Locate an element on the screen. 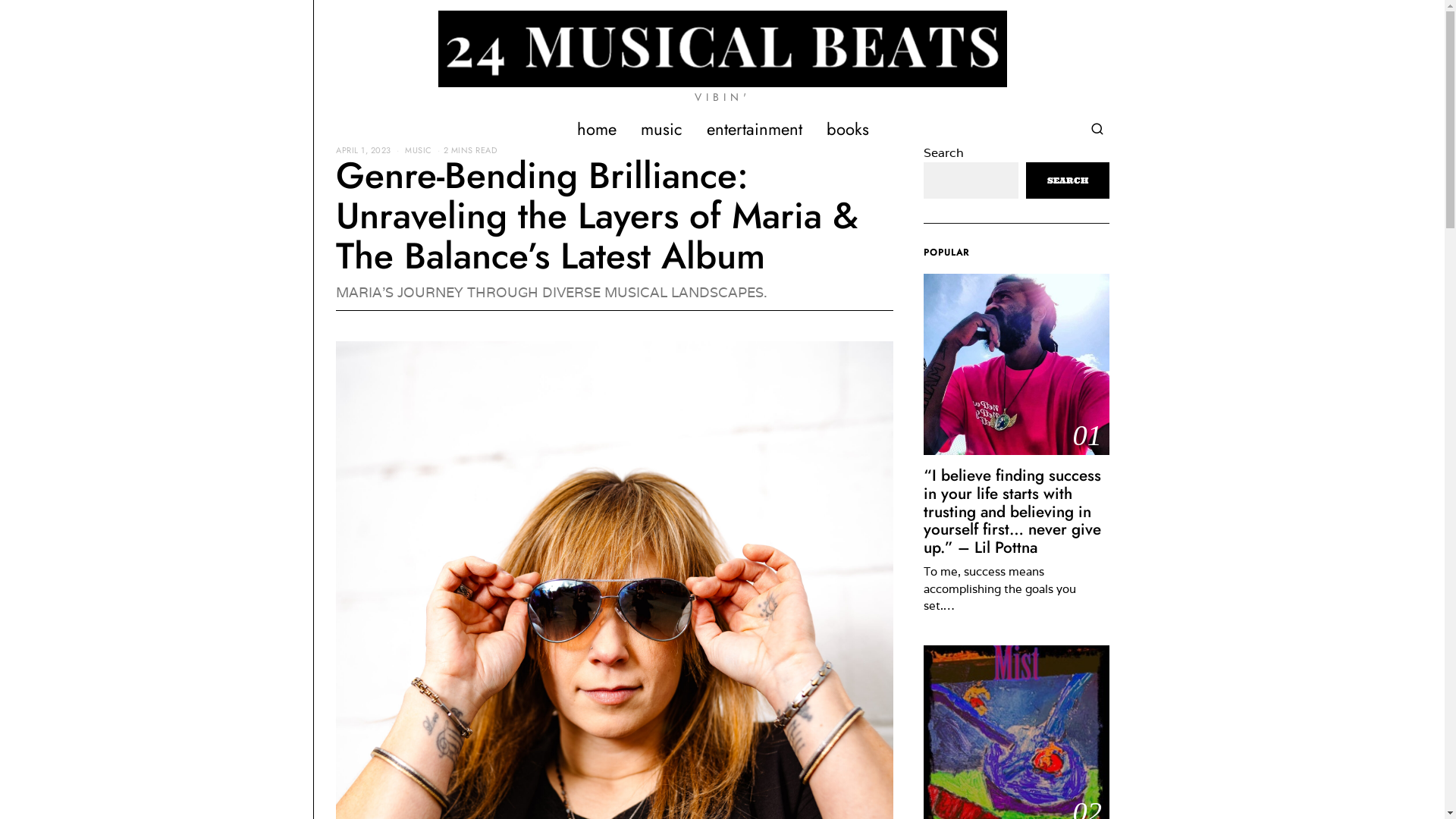  'entertainment' is located at coordinates (754, 127).